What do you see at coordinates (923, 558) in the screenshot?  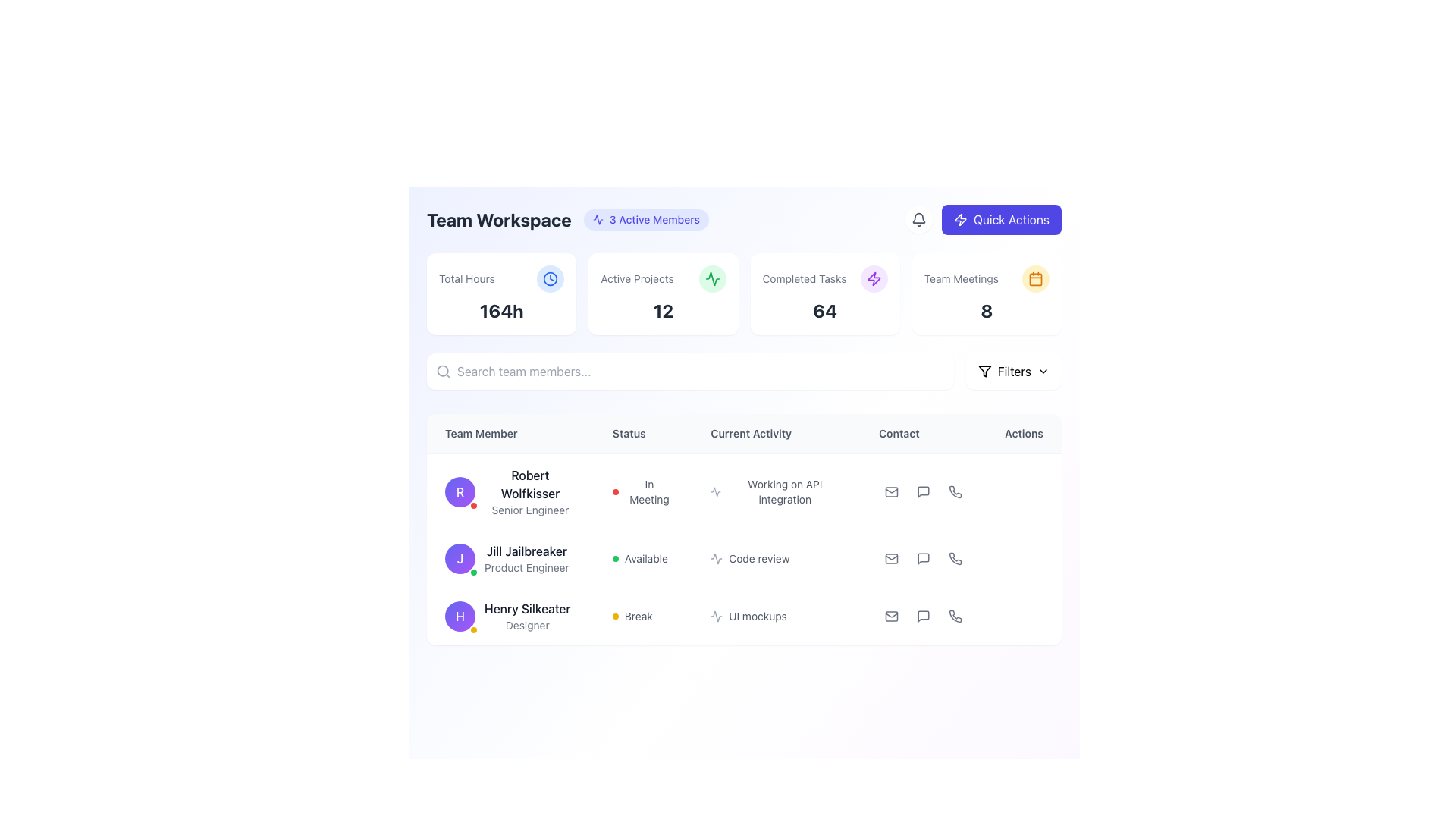 I see `the chat icon button located in the 'Actions' column for the second user, Jill Jailbreaker` at bounding box center [923, 558].